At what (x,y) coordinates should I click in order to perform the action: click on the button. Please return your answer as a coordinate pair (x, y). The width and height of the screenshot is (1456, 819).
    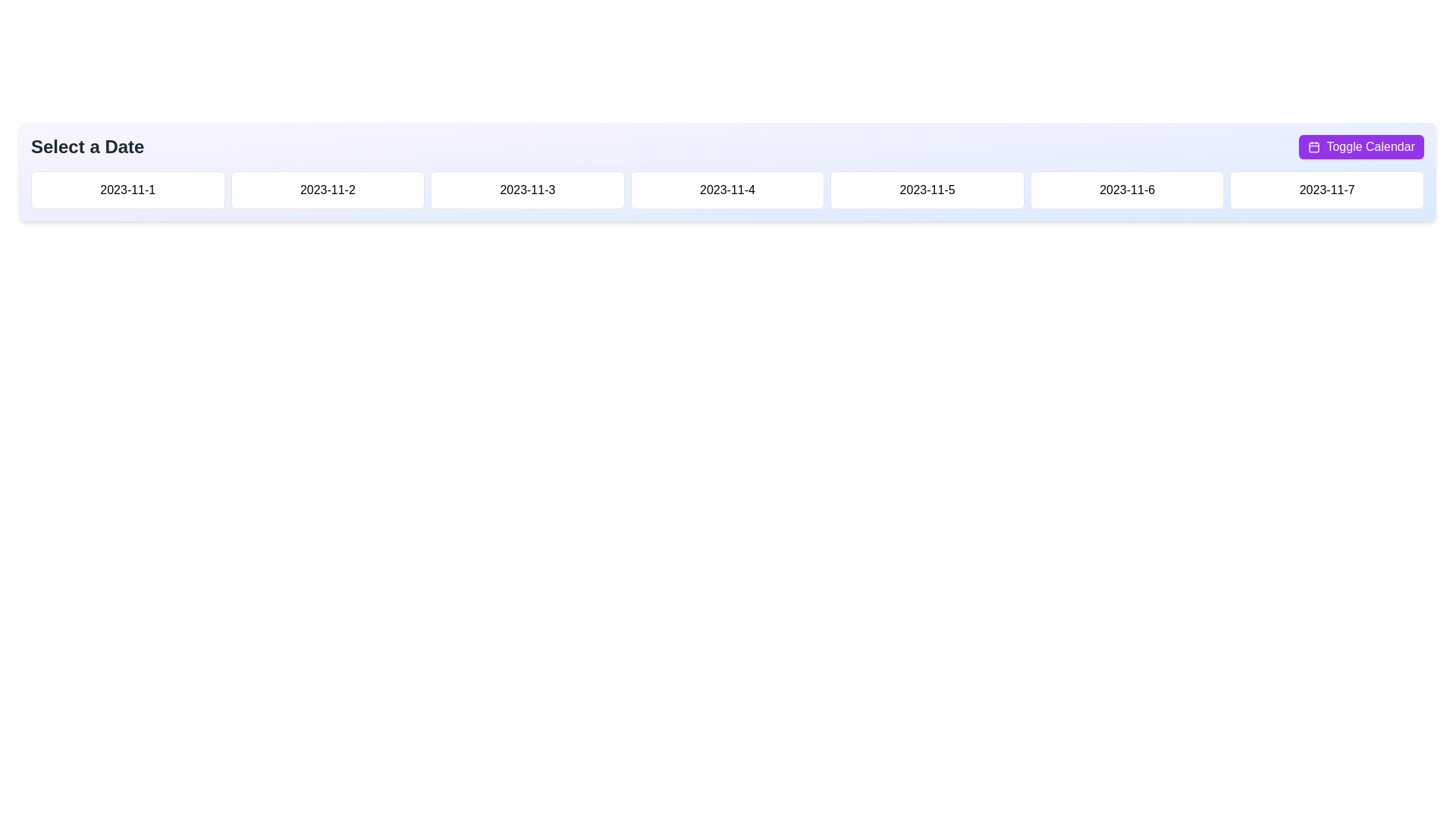
    Looking at the image, I should click on (327, 189).